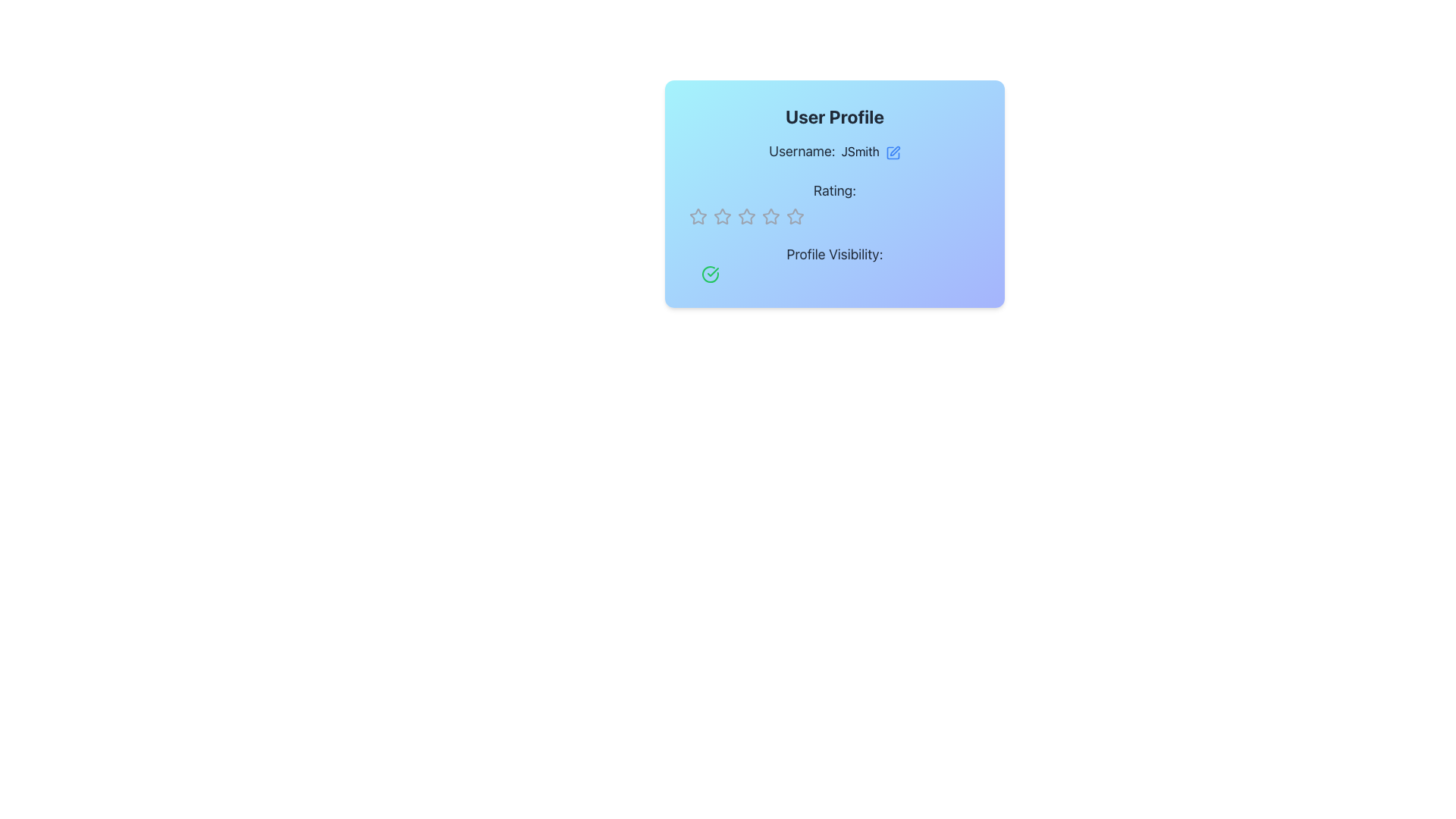  What do you see at coordinates (833, 152) in the screenshot?
I see `the username text block in the User Profile card` at bounding box center [833, 152].